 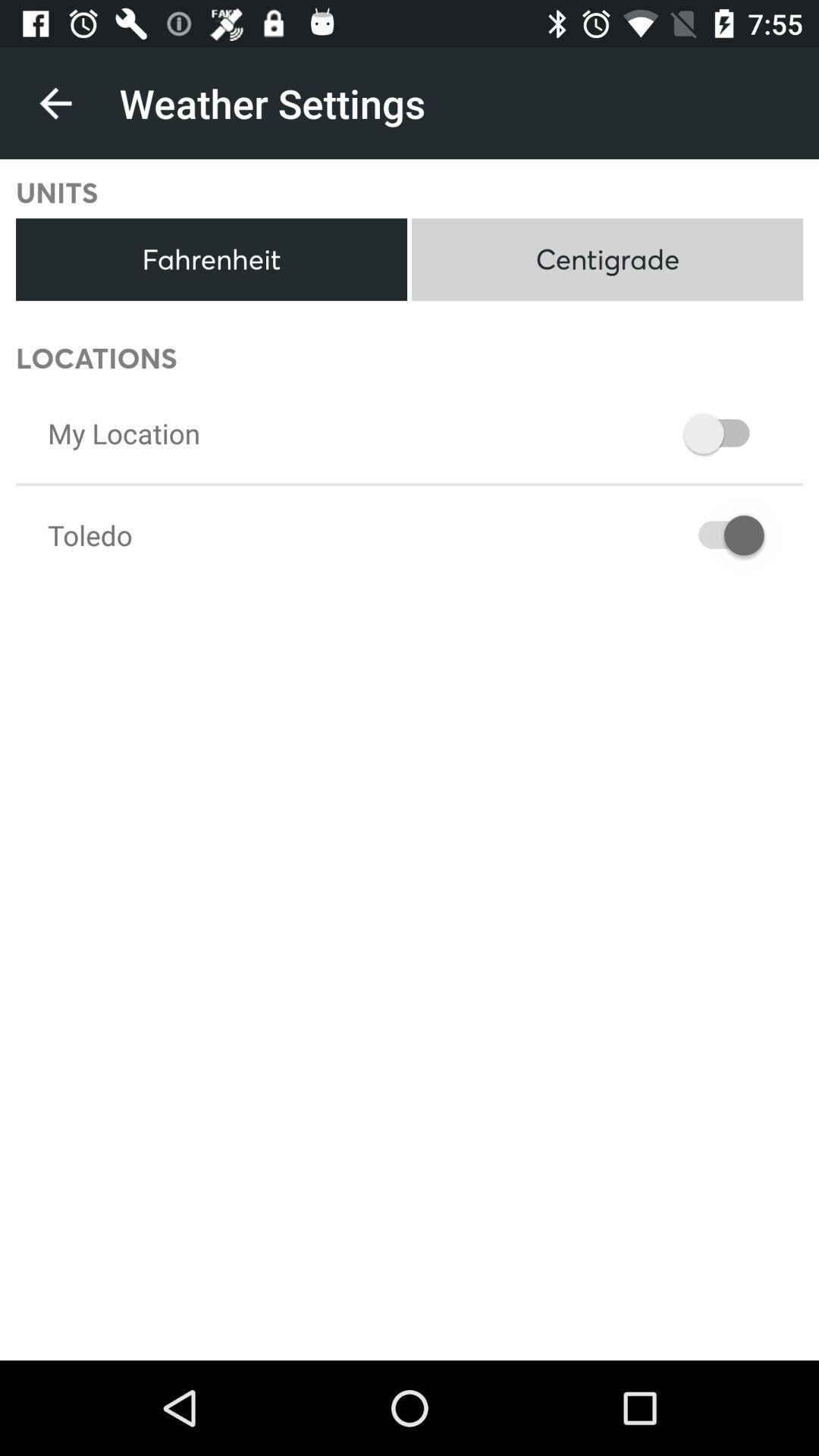 I want to click on the fahrenheit item, so click(x=211, y=259).